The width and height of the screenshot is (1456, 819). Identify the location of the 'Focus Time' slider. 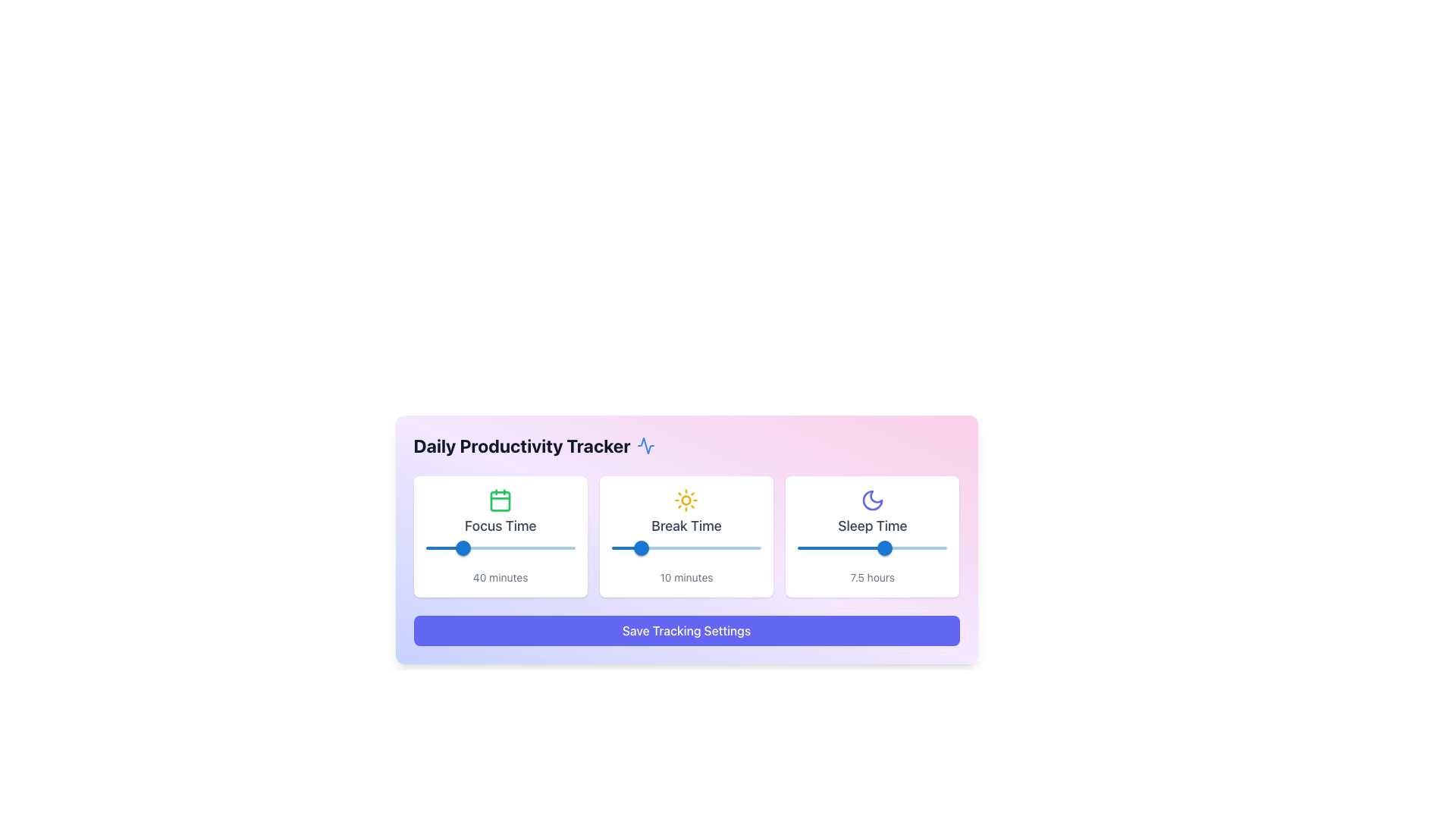
(500, 546).